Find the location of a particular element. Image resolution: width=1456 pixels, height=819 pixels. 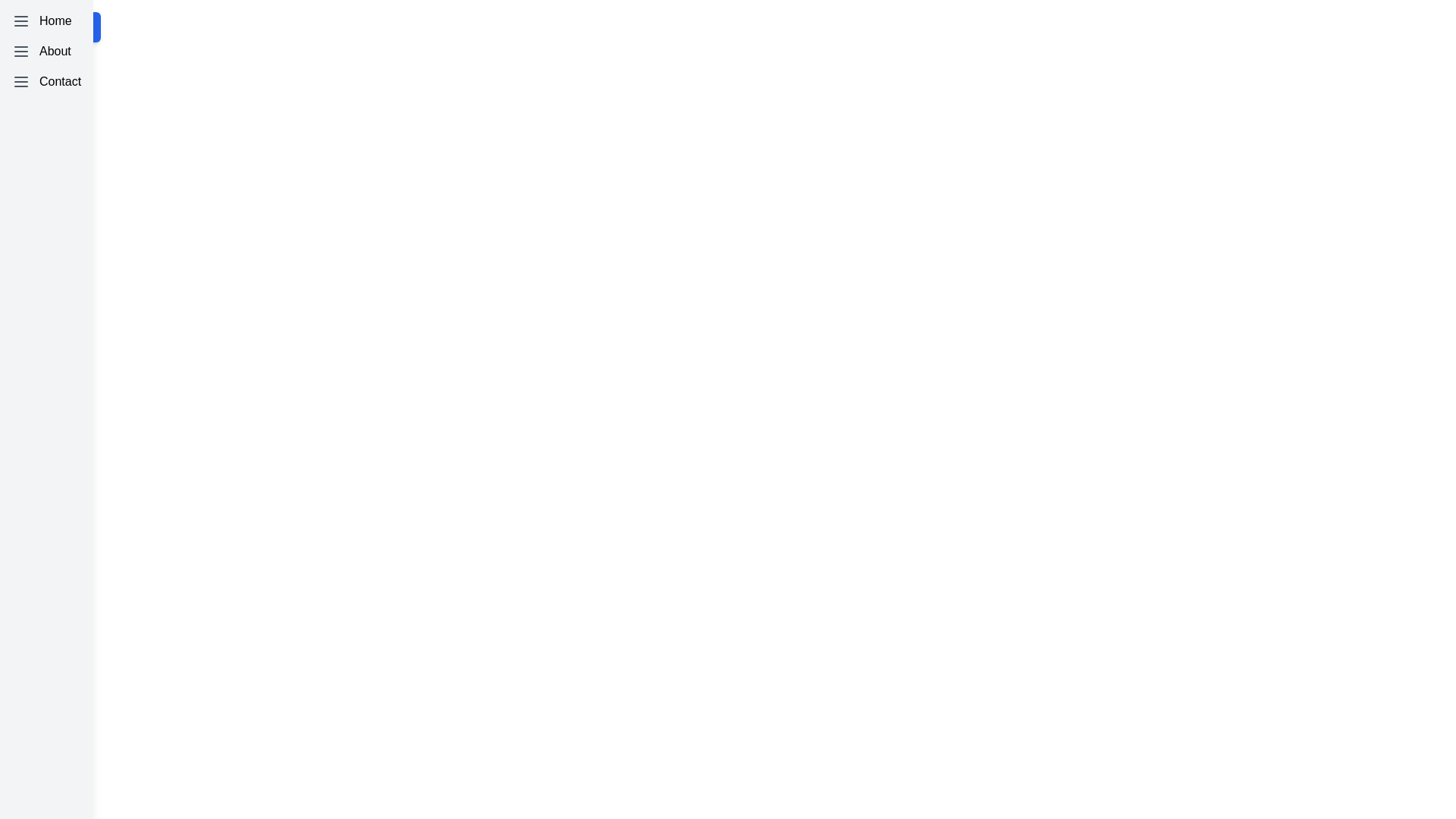

the Home menu item to navigate is located at coordinates (46, 20).